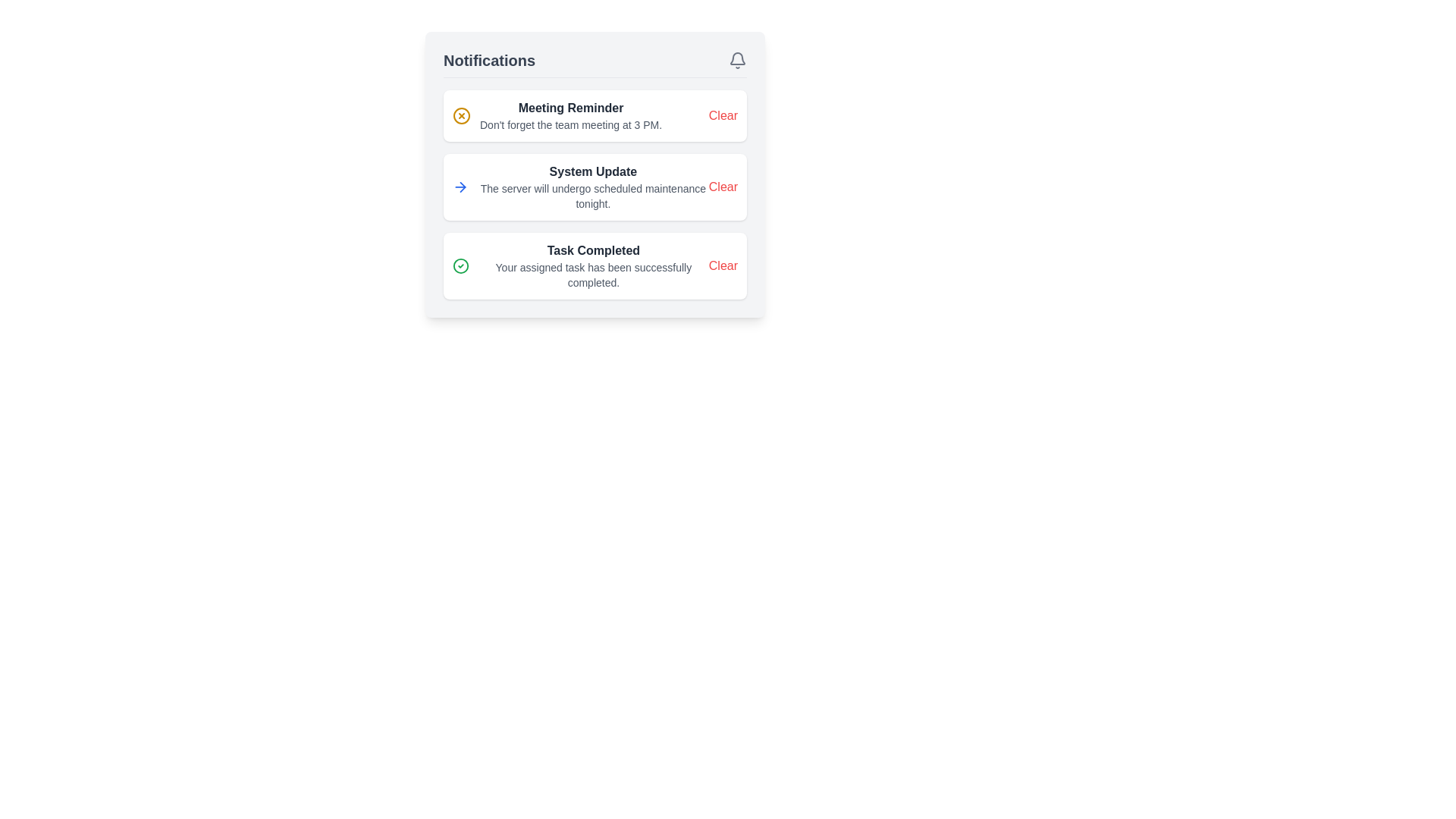 The width and height of the screenshot is (1456, 819). I want to click on notification message indicating the successful completion of a task, located in the third section of the notification list, between 'System Update' and 'Clear', so click(579, 265).